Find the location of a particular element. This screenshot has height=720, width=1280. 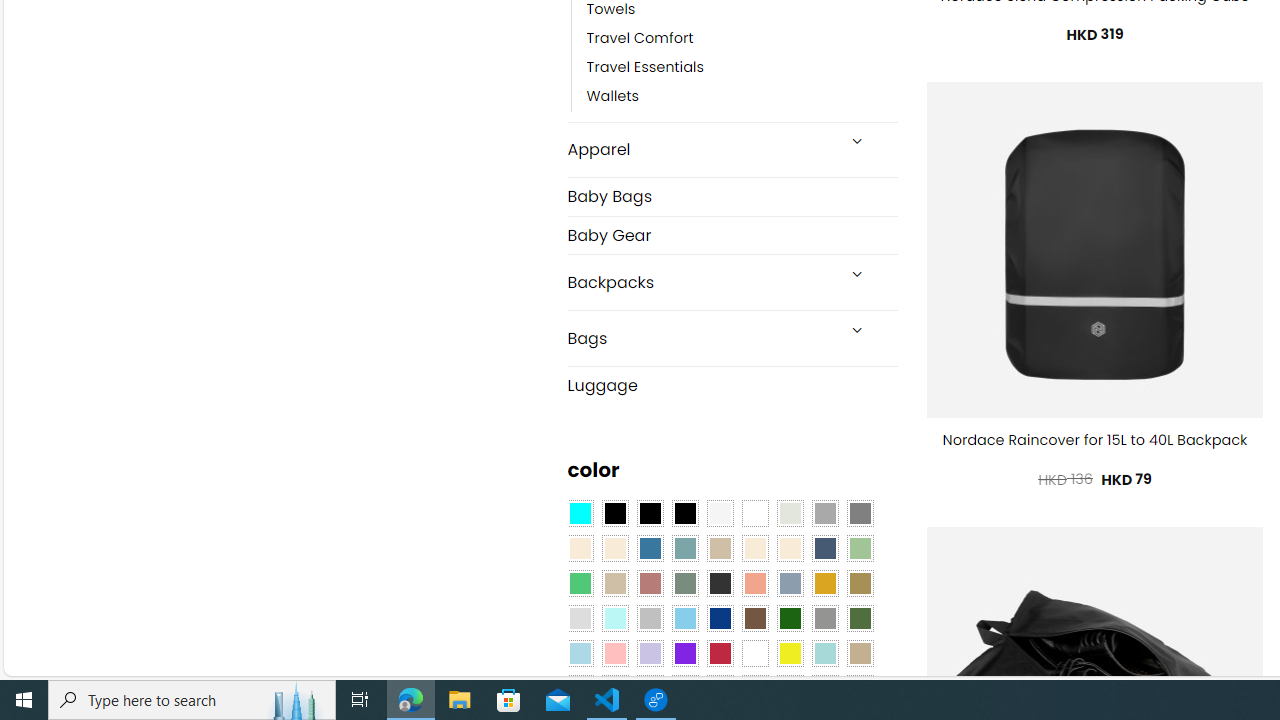

'Cream' is located at coordinates (788, 549).